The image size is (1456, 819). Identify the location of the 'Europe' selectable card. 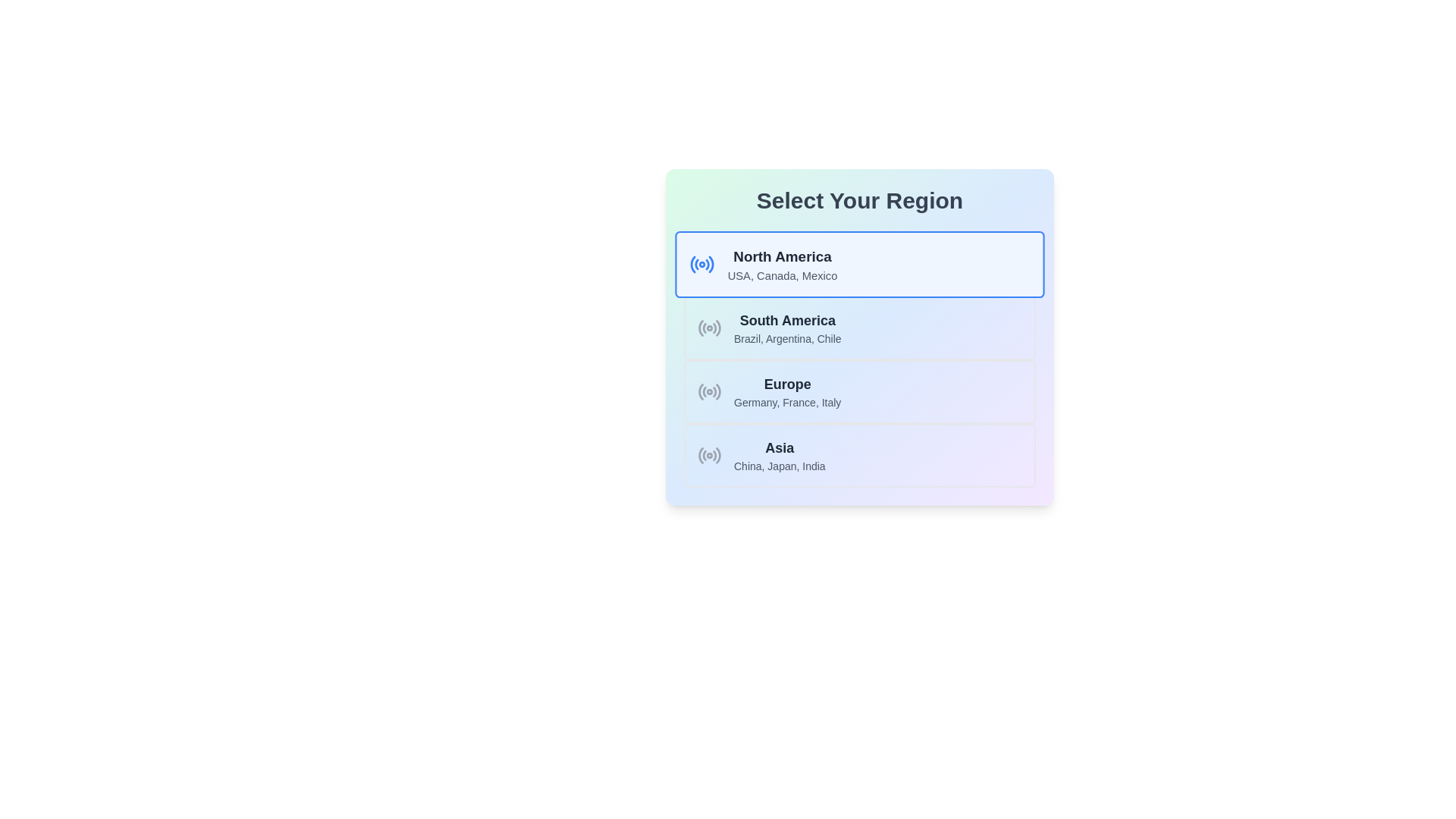
(859, 391).